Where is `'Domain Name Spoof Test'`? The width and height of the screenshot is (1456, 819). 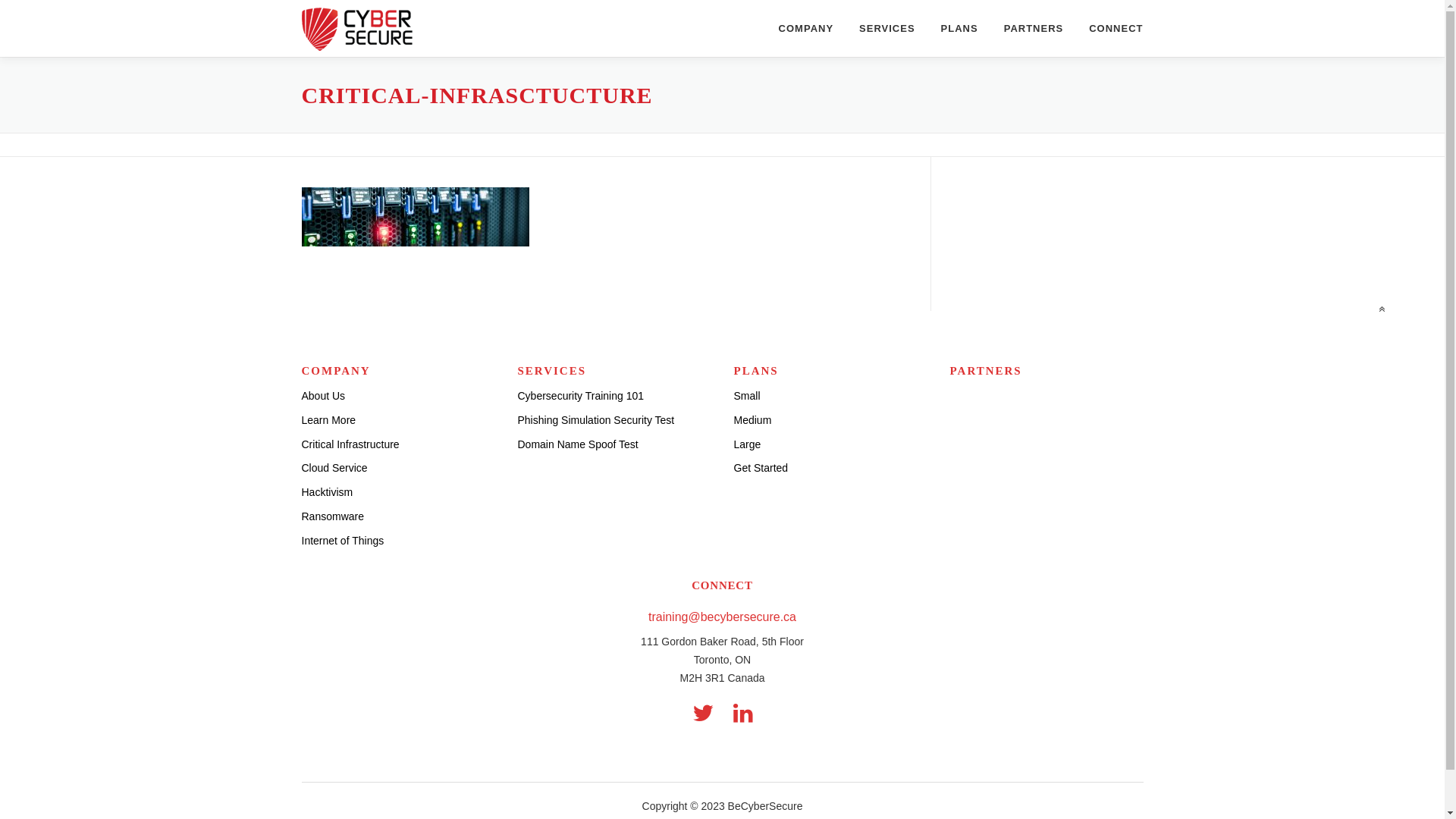
'Domain Name Spoof Test' is located at coordinates (576, 444).